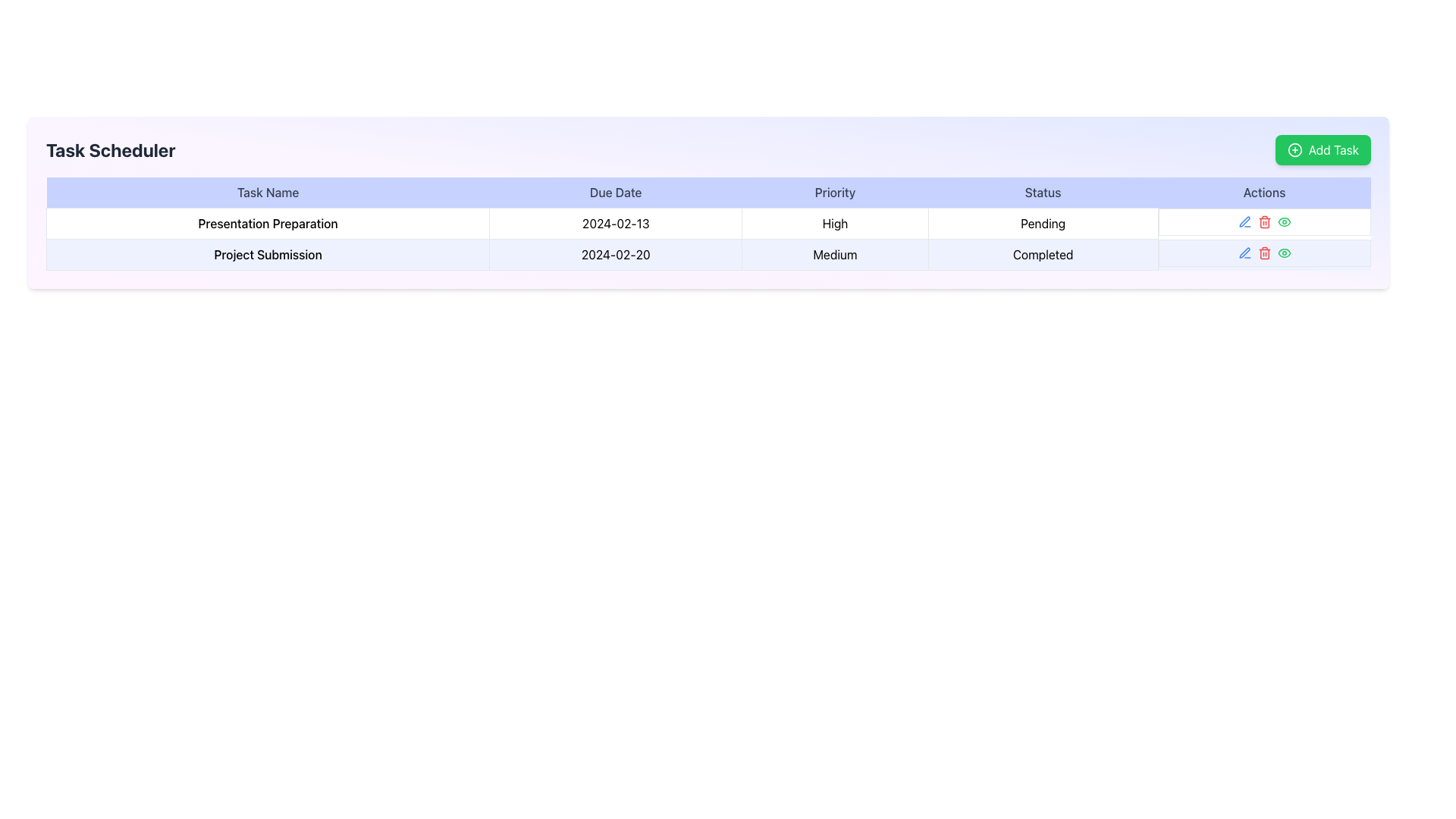 The image size is (1456, 819). What do you see at coordinates (1264, 221) in the screenshot?
I see `the 'Delete' button in the 'Actions' column for the task 'Presentation Preparation' to possibly see a tooltip` at bounding box center [1264, 221].